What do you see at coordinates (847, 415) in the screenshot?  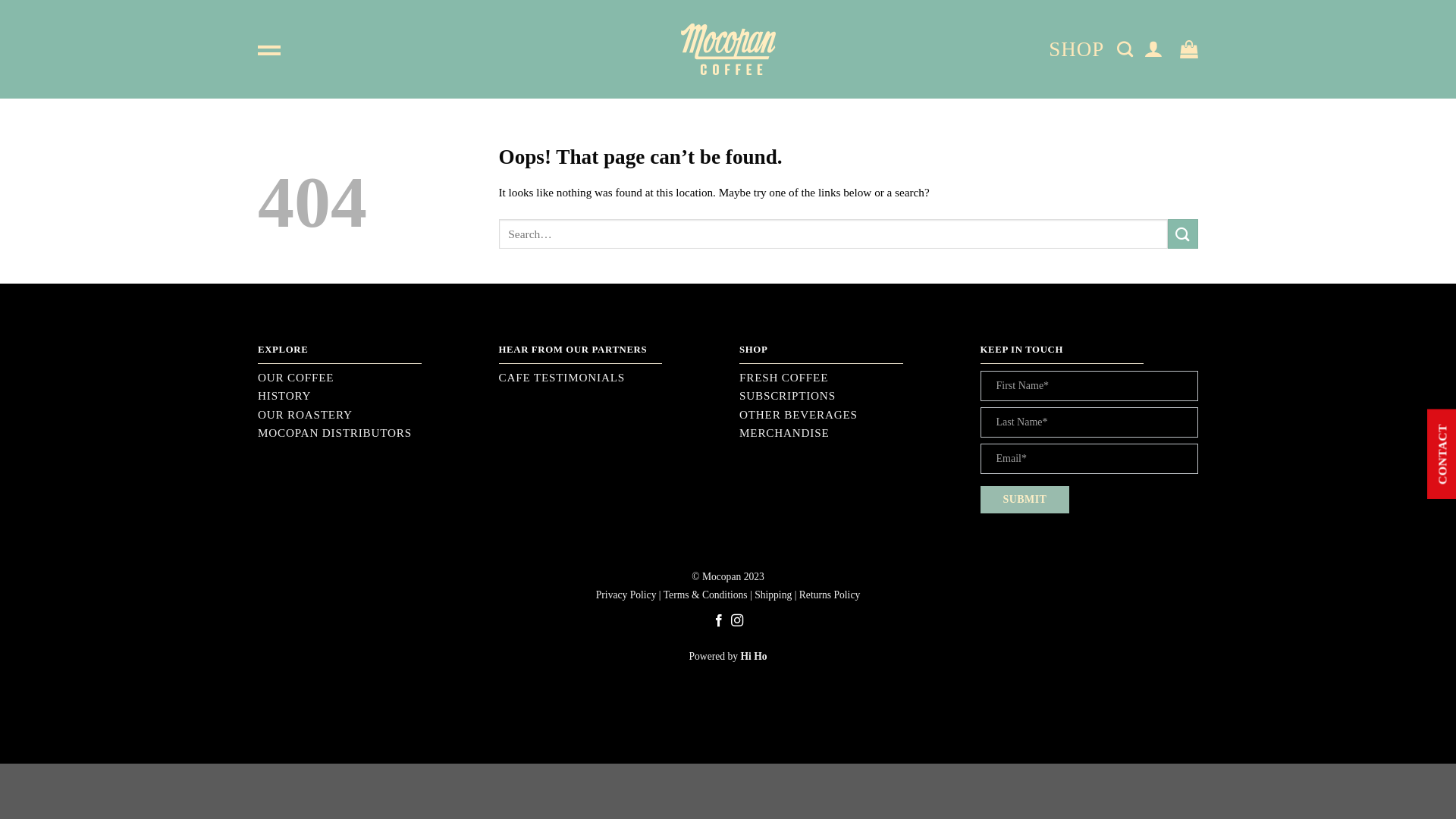 I see `'OTHER BEVERAGES'` at bounding box center [847, 415].